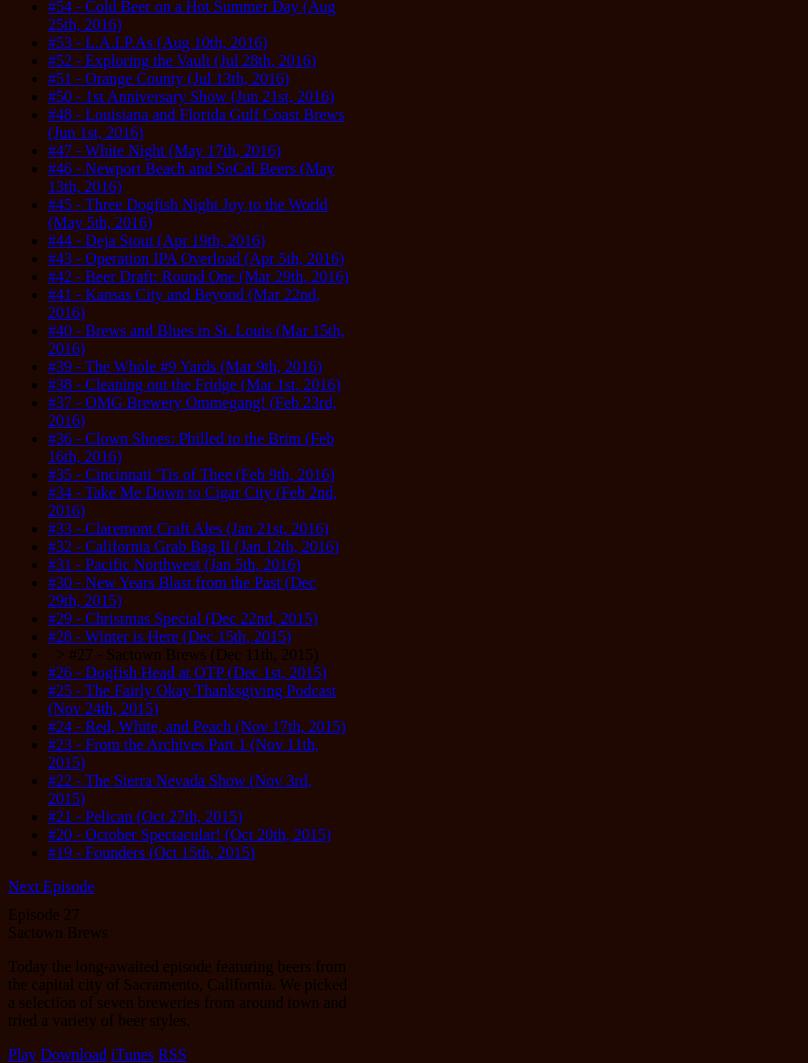 The image size is (808, 1063). I want to click on 'Episode 27', so click(7, 913).